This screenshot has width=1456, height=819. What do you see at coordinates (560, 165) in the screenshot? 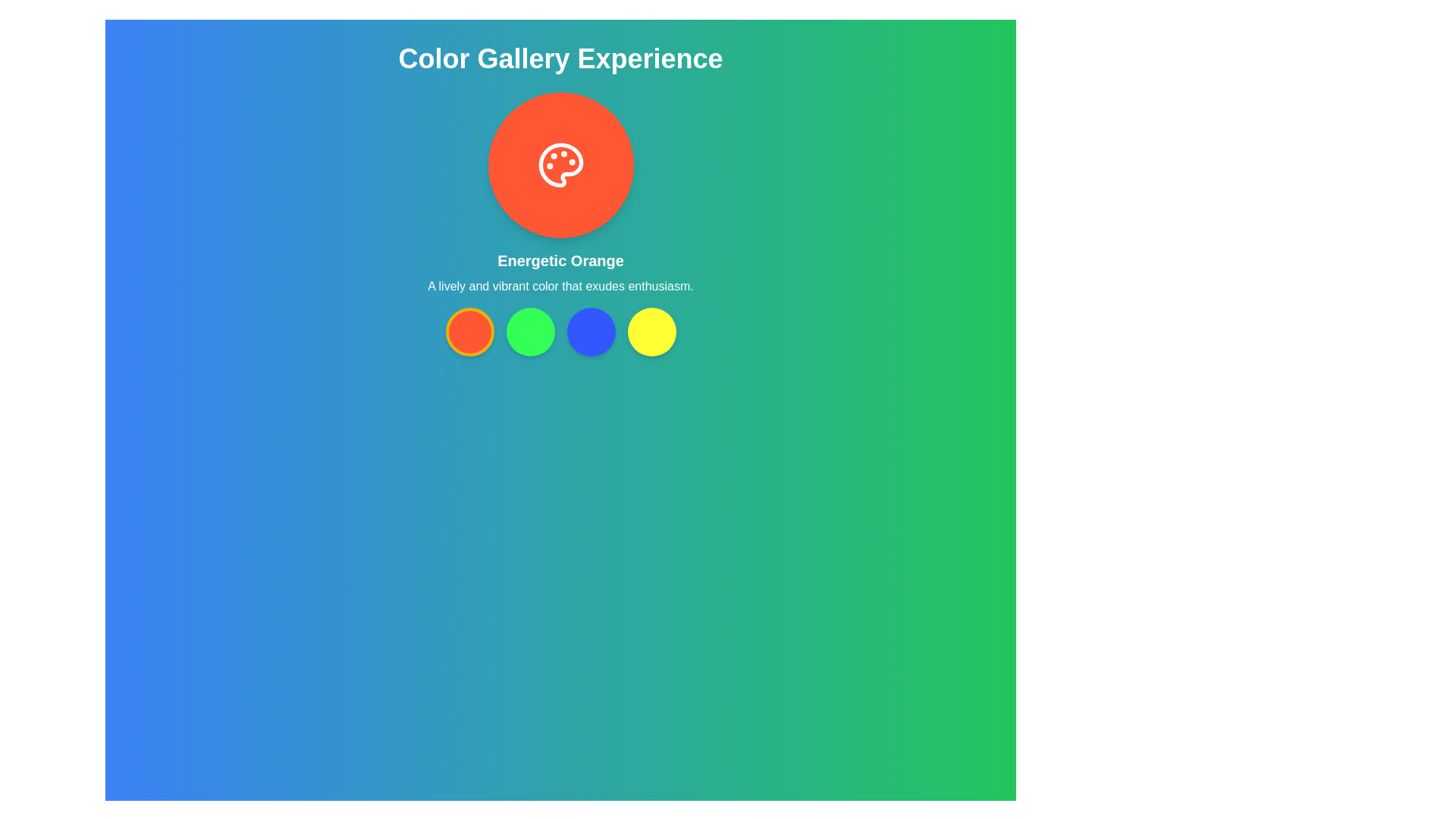
I see `the icon located centrally within a circular orange area, which serves as a visual representation for a painting tool or color palette selection` at bounding box center [560, 165].